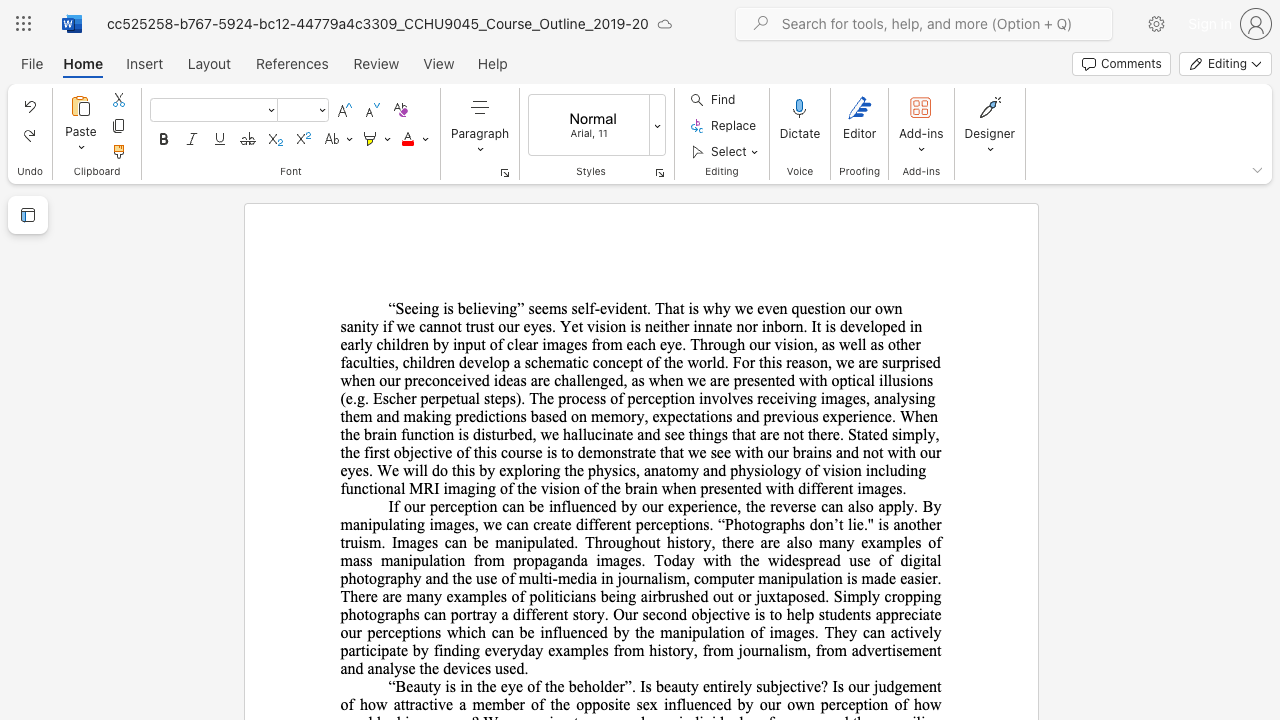  What do you see at coordinates (791, 452) in the screenshot?
I see `the subset text "brains and not with our eyes. We wil" within the text "involves receiving images, analysing them and making predictions based on memory, expectations and previous experience. When the brain function is disturbed, we hallucinate and see things that are not there. Stated simply, the first objective of this course is to demonstrate that we see with our brains and not with our eyes. We will do this by exploring the physics, anatomy and physiology of vision including functional MRI imaging of the vision of the brain when presented with different images."` at bounding box center [791, 452].